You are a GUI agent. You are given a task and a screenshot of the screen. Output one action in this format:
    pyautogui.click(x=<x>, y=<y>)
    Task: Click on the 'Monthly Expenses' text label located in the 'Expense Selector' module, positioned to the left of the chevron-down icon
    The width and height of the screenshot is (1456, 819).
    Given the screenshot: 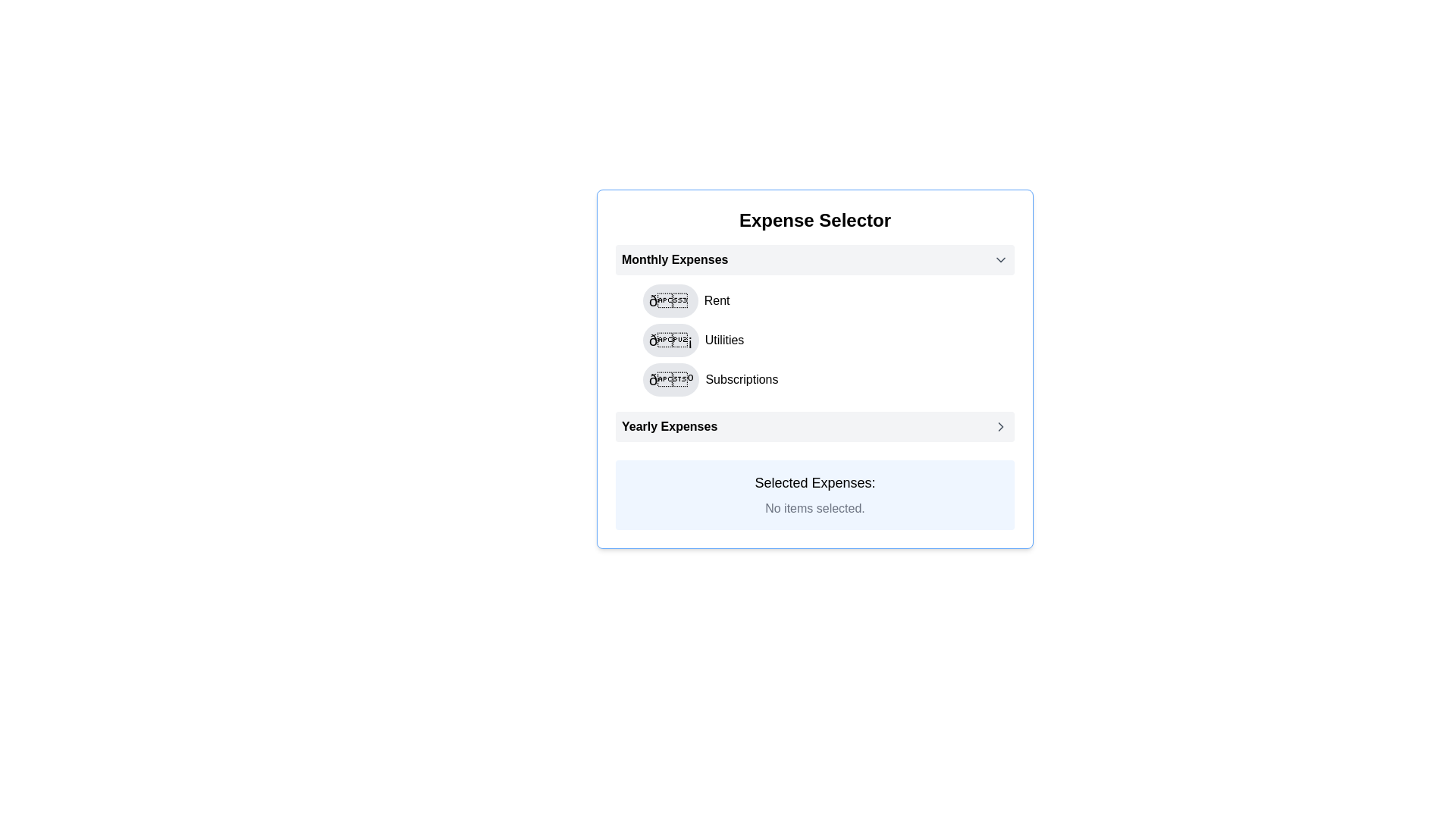 What is the action you would take?
    pyautogui.click(x=674, y=259)
    